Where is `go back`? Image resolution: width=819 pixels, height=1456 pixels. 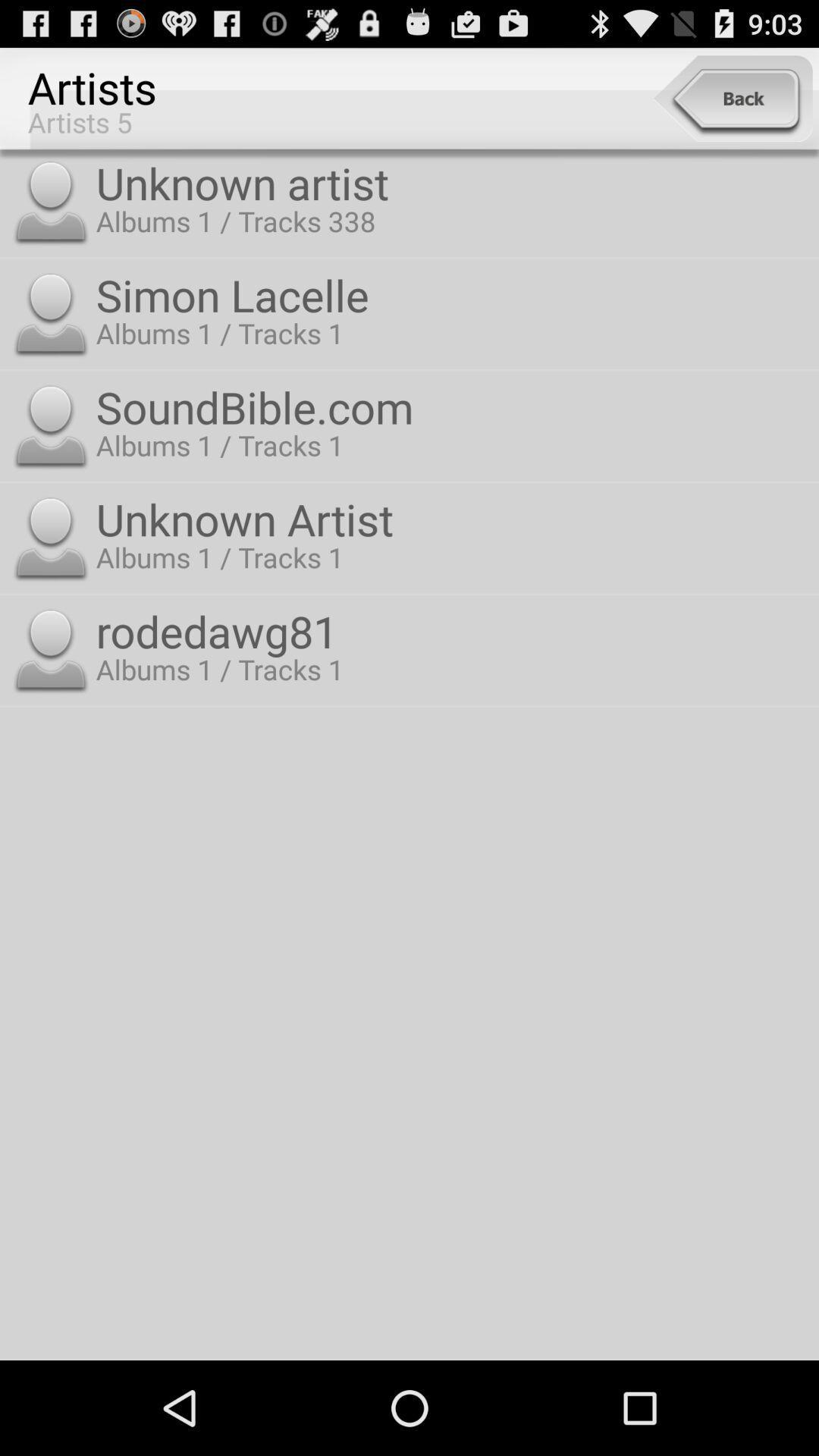 go back is located at coordinates (732, 98).